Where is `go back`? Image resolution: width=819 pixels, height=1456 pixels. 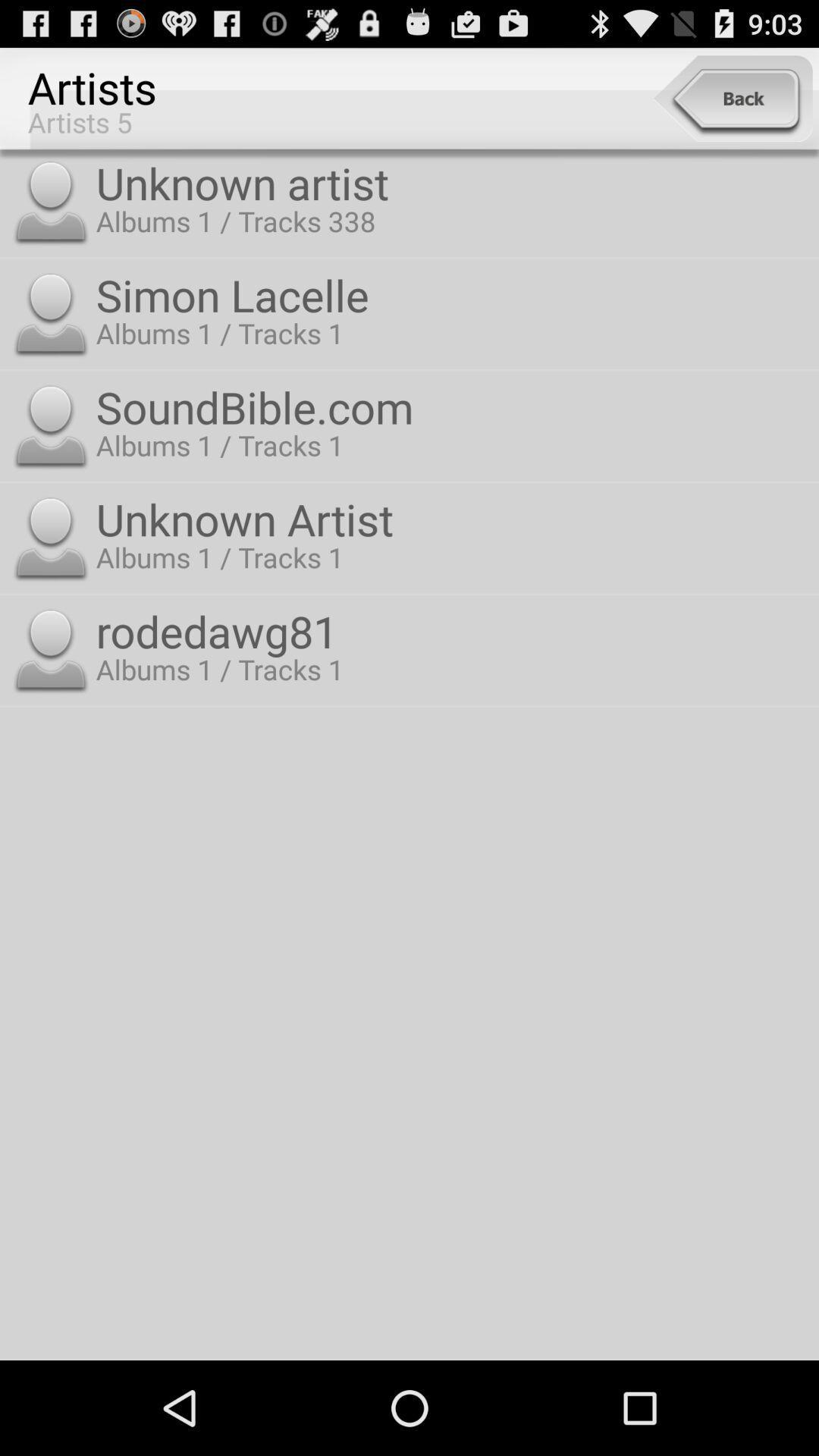 go back is located at coordinates (732, 98).